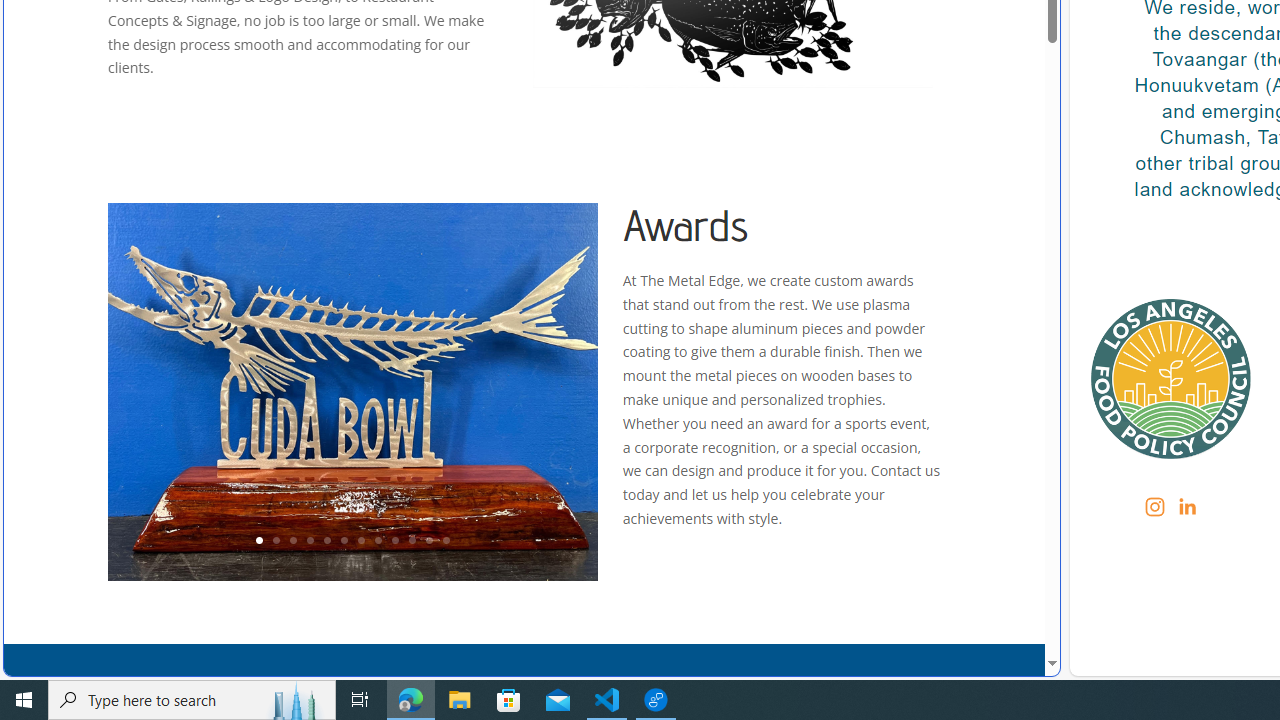 The width and height of the screenshot is (1280, 720). Describe the element at coordinates (257, 541) in the screenshot. I see `'1'` at that location.